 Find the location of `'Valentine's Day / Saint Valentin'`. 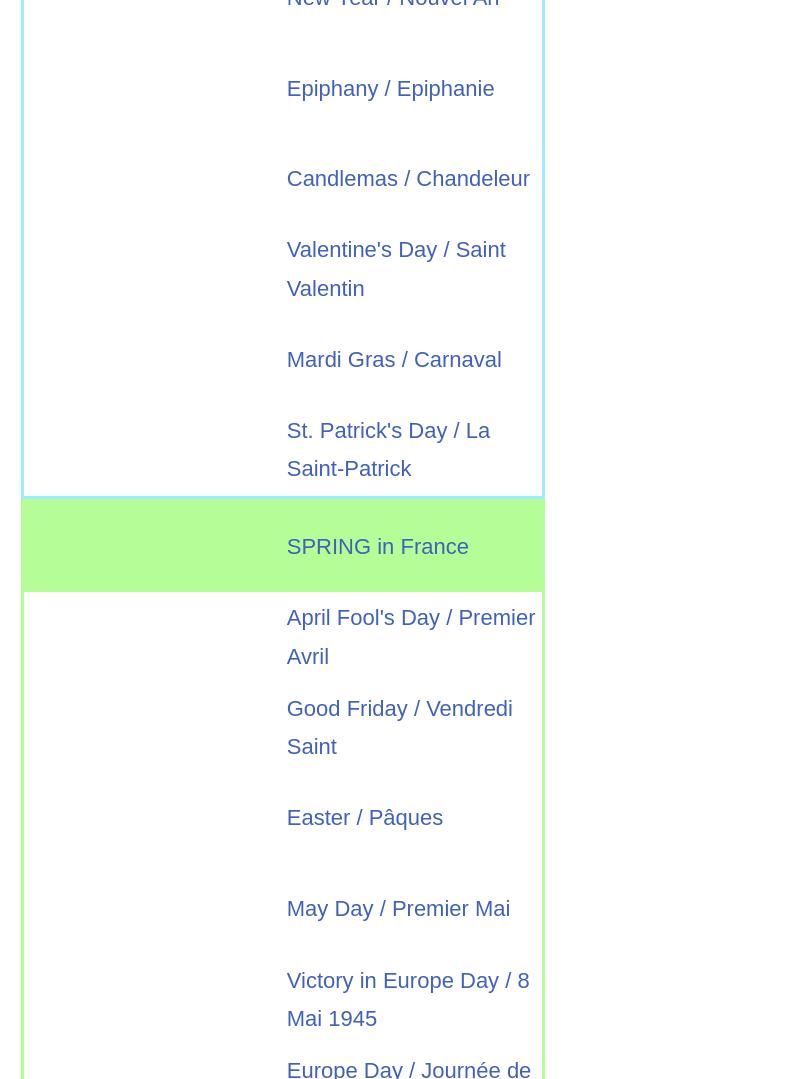

'Valentine's Day / Saint Valentin' is located at coordinates (394, 268).